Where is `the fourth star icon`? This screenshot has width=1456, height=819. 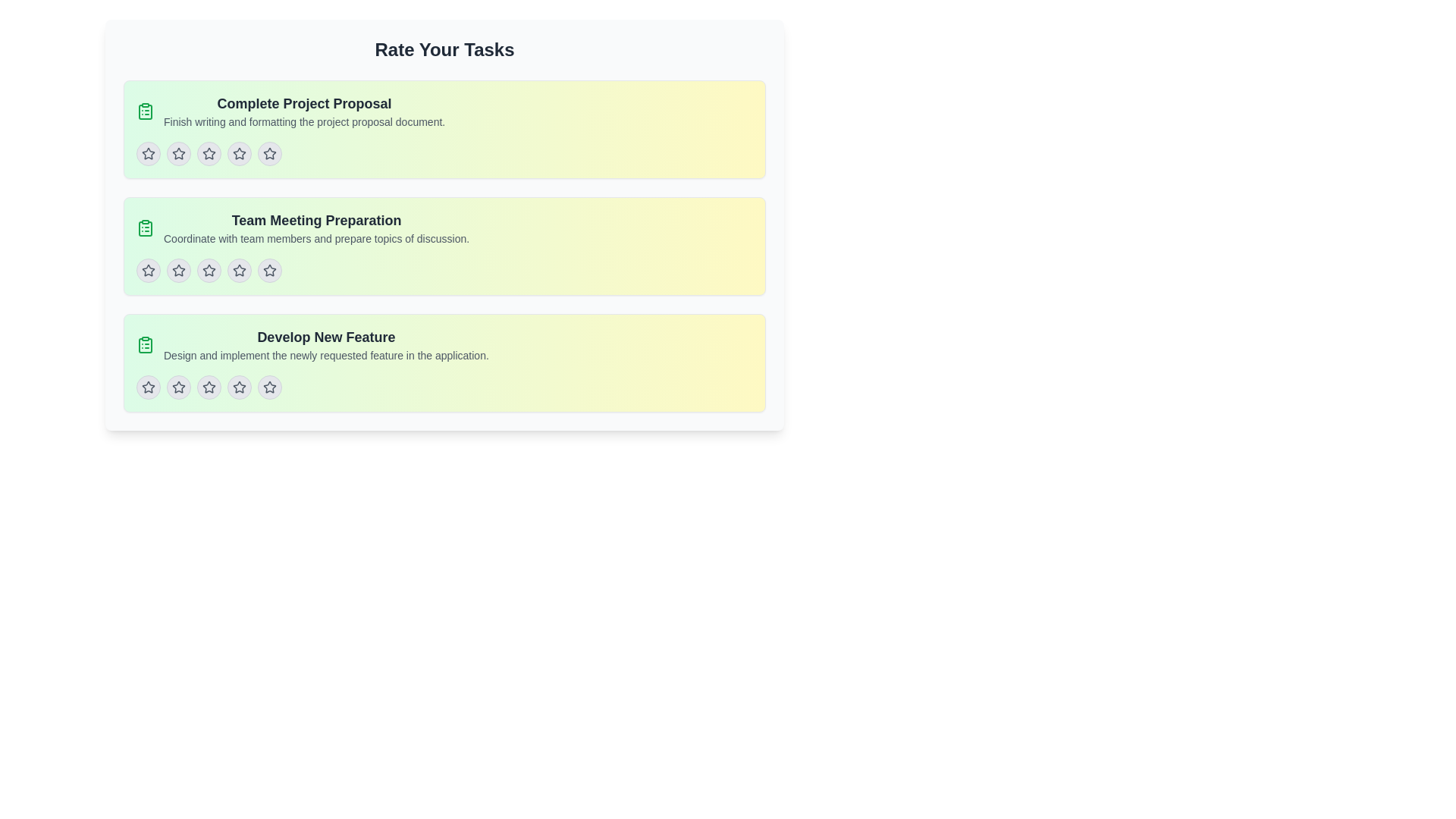
the fourth star icon is located at coordinates (269, 153).